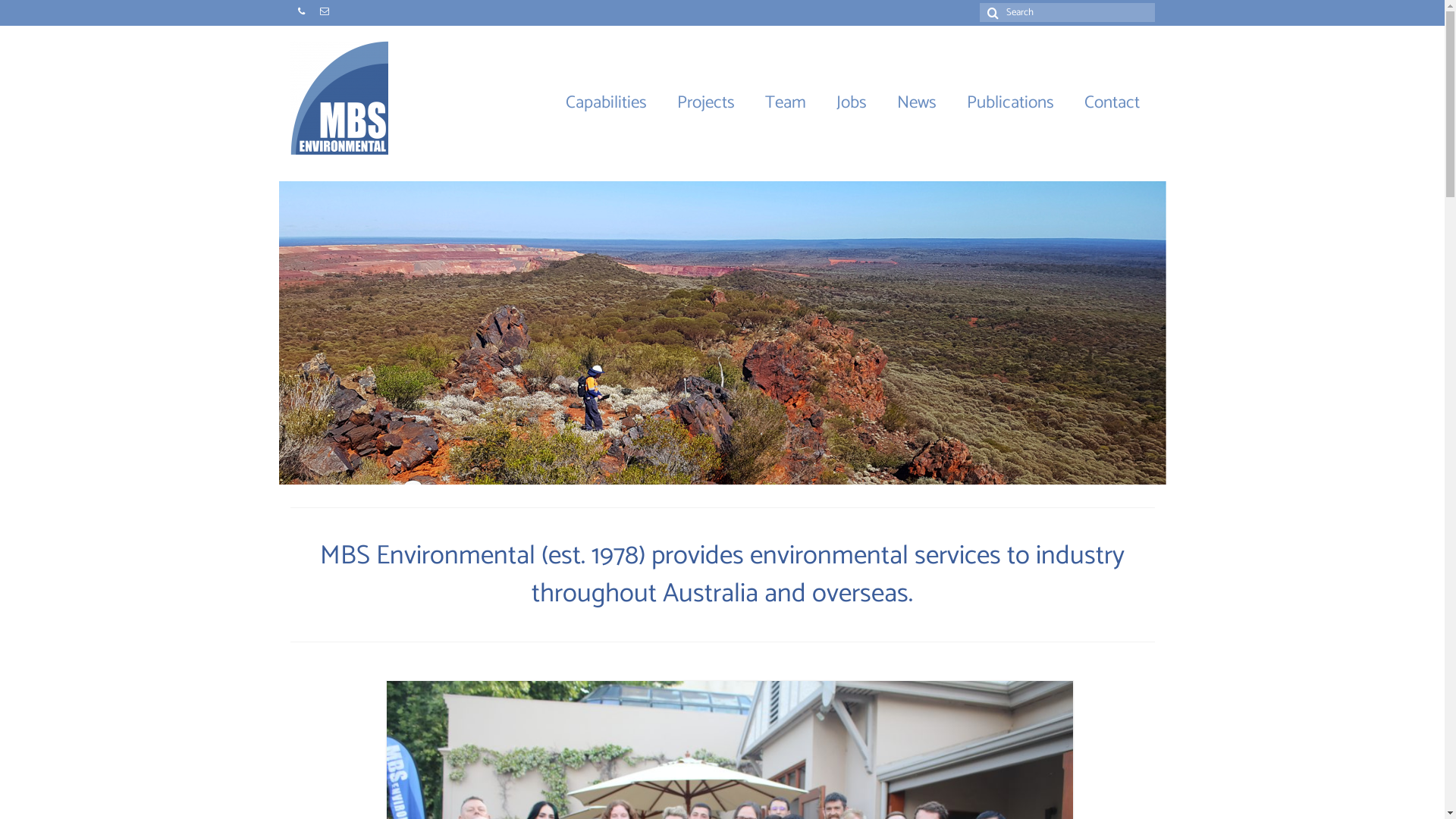  What do you see at coordinates (605, 102) in the screenshot?
I see `'Capabilities'` at bounding box center [605, 102].